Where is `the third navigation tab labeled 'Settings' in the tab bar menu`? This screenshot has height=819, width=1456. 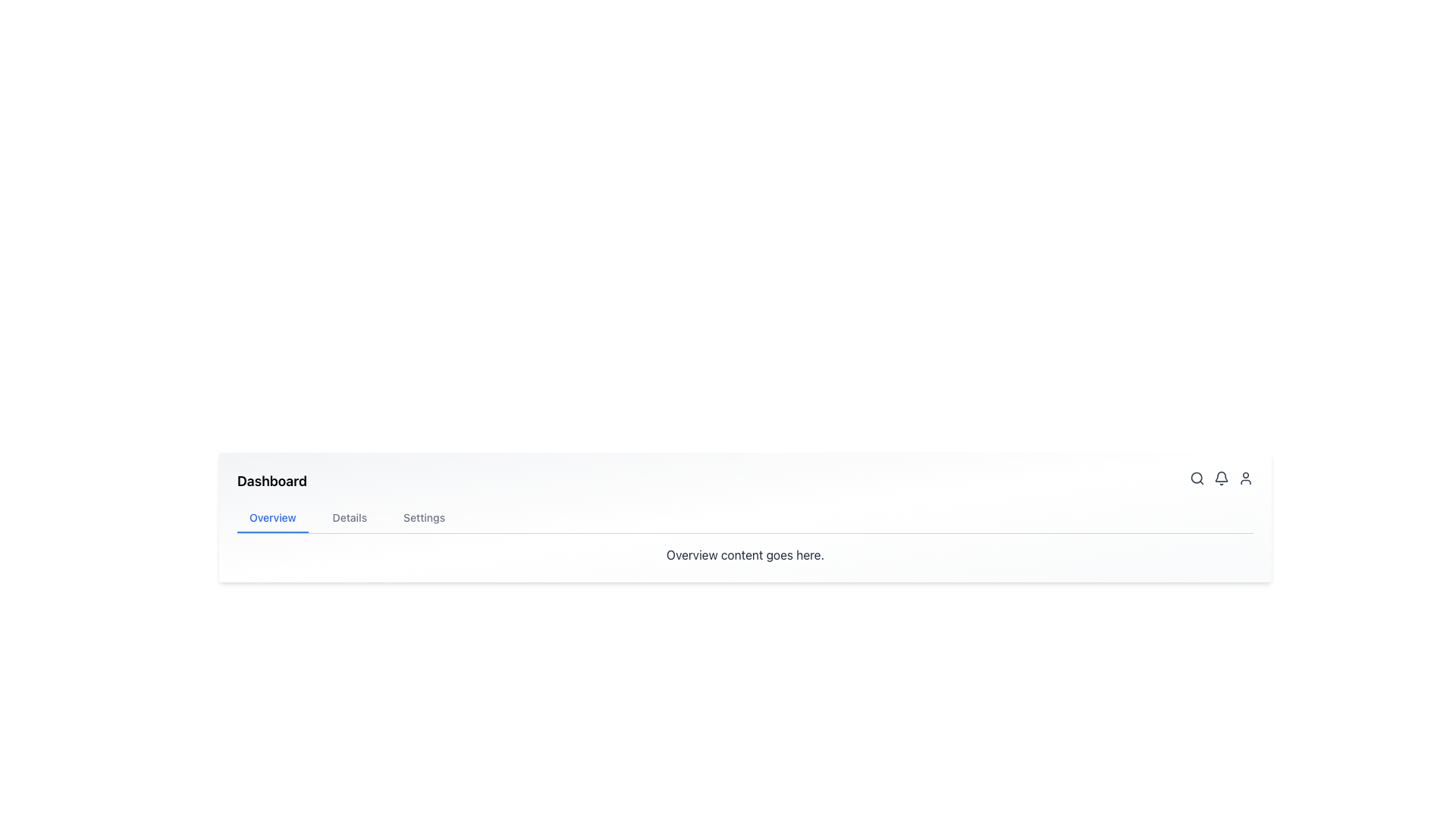 the third navigation tab labeled 'Settings' in the tab bar menu is located at coordinates (424, 517).